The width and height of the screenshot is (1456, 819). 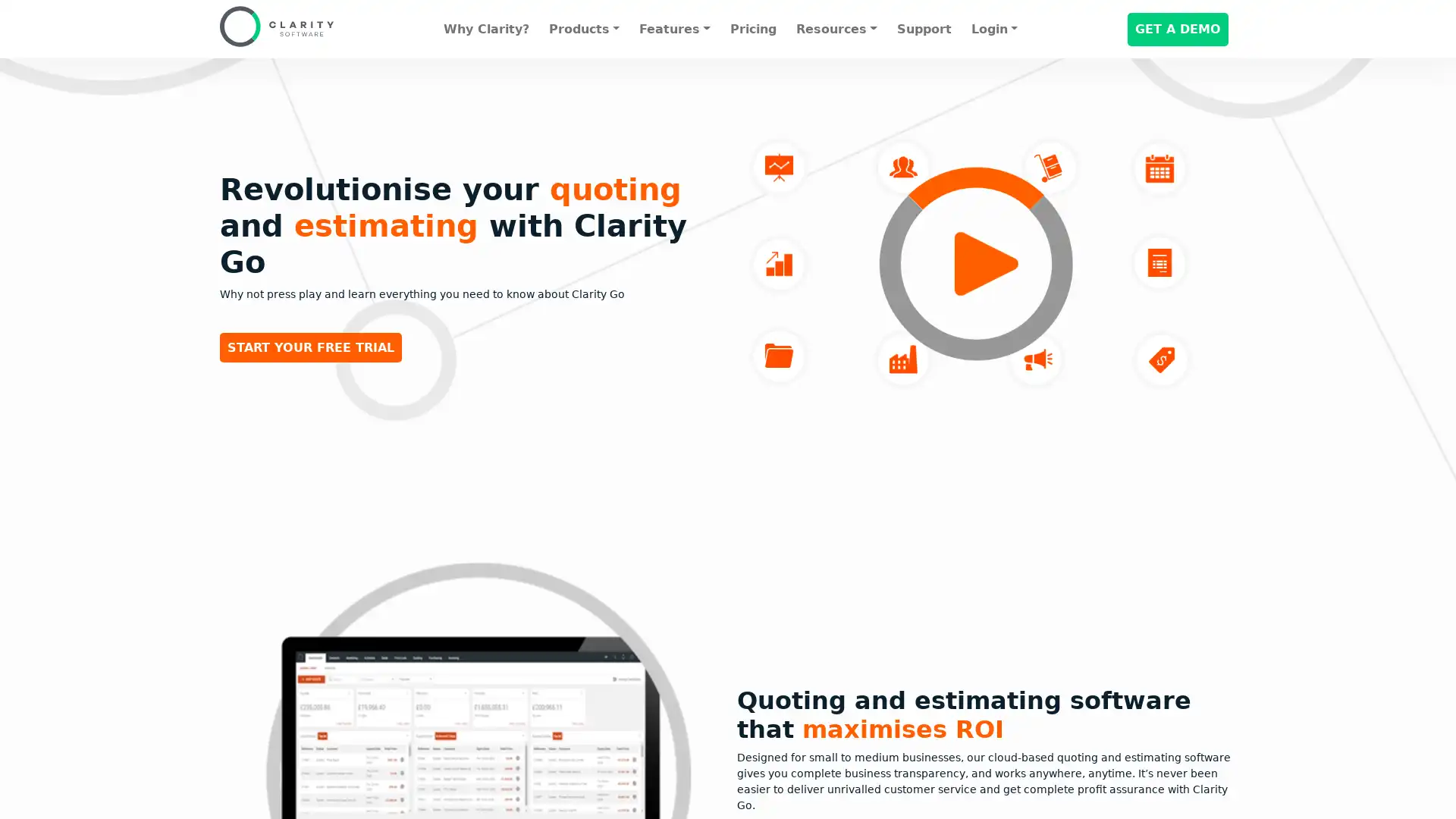 What do you see at coordinates (993, 29) in the screenshot?
I see `Login` at bounding box center [993, 29].